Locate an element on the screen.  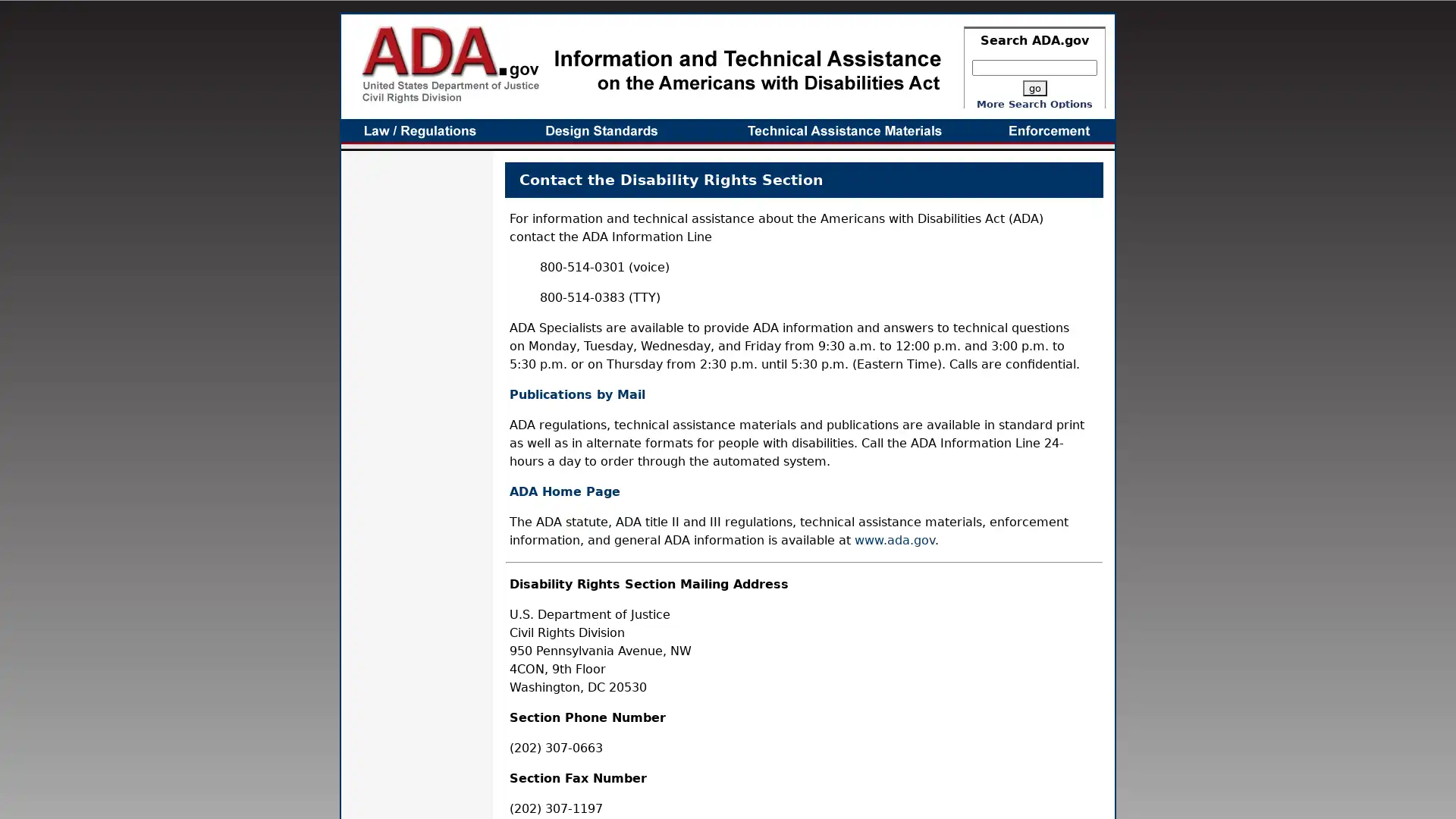
go is located at coordinates (1033, 88).